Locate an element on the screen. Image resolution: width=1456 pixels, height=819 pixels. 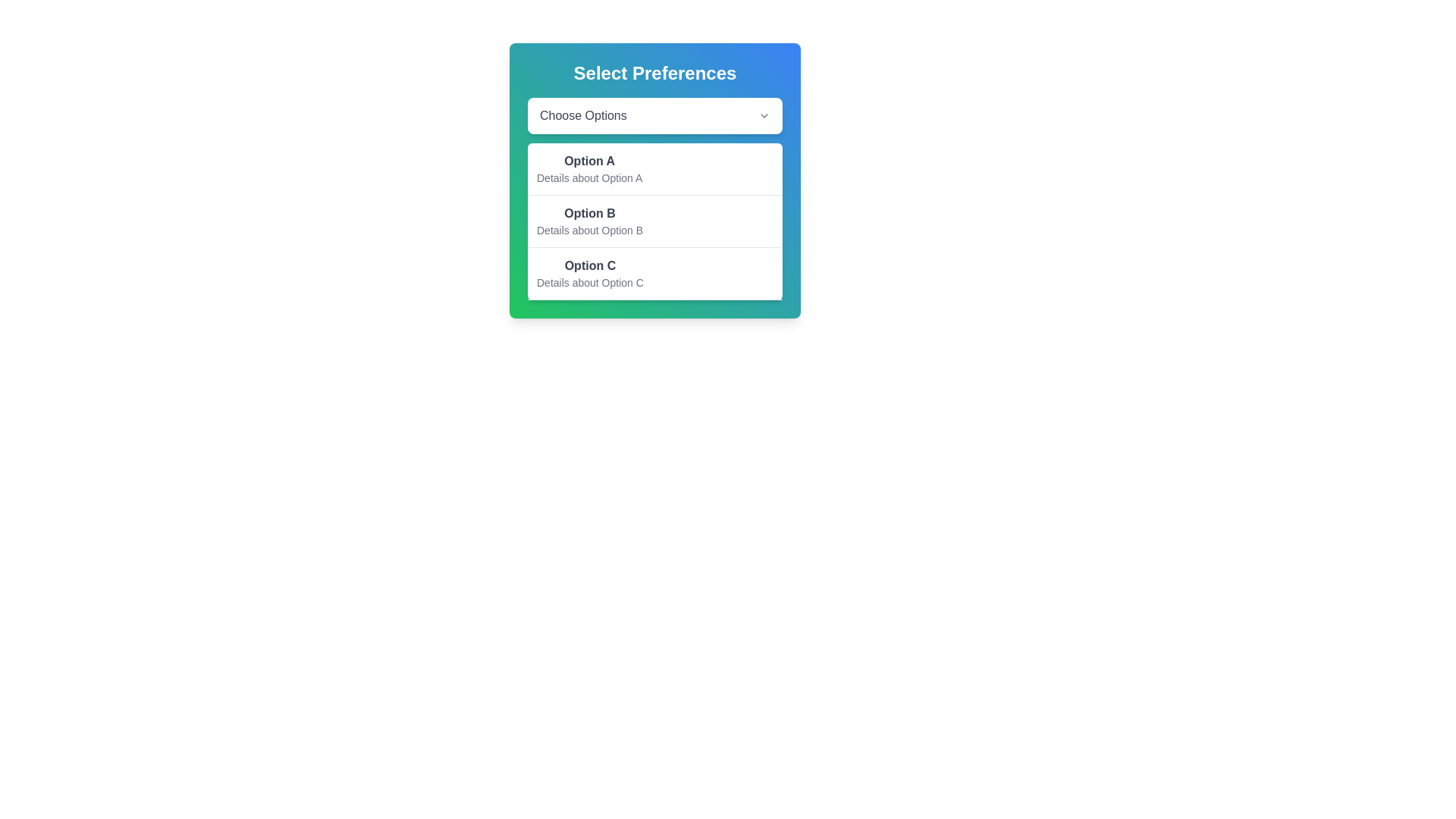
the 'Choose Options' dropdown button, which is a horizontally aligned rectangular button with a white background and rounded corners, located under the 'Select Preferences' title is located at coordinates (655, 115).